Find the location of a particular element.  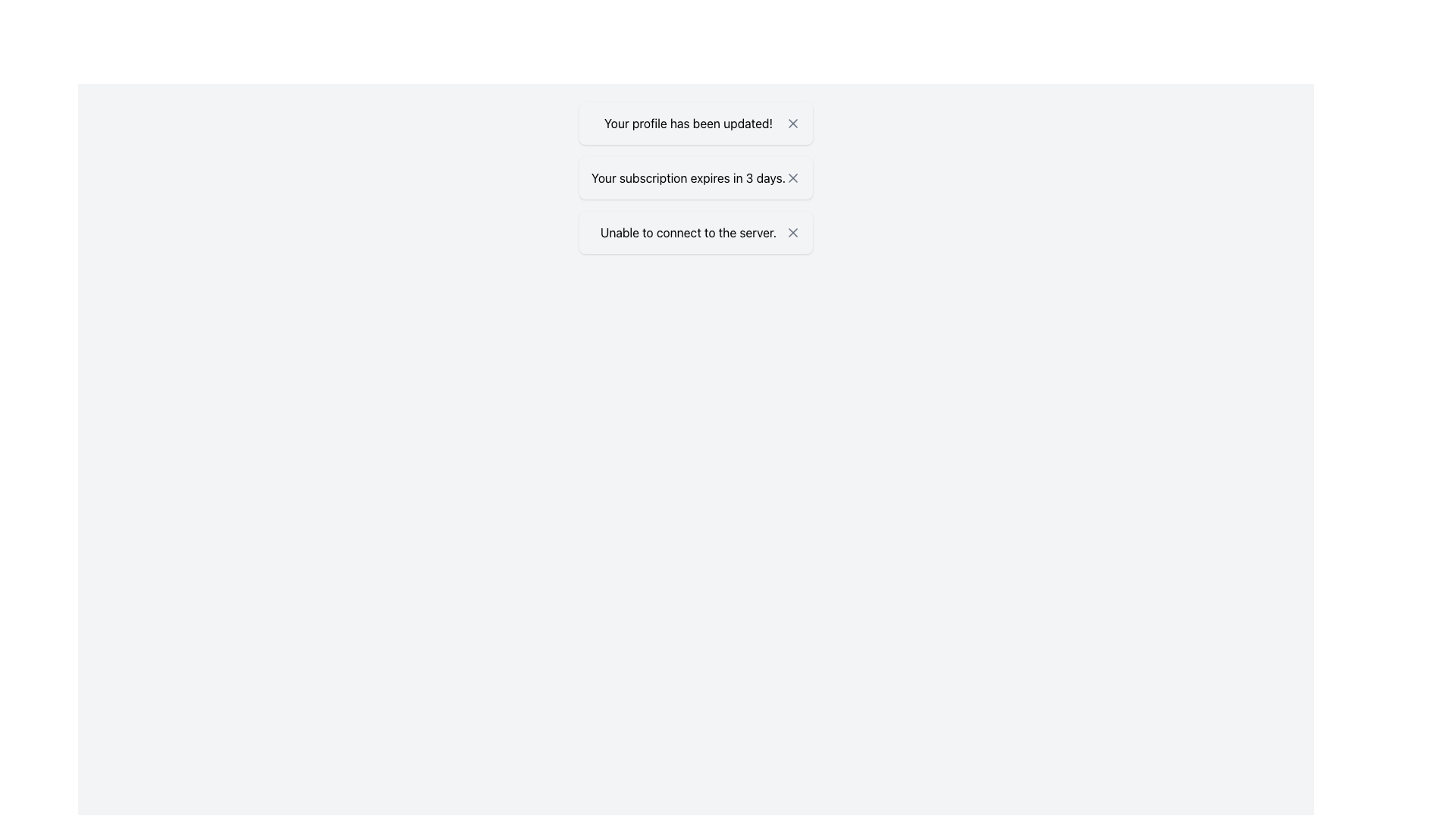

the close button represented by the 'X' icon in the SVG is located at coordinates (792, 177).